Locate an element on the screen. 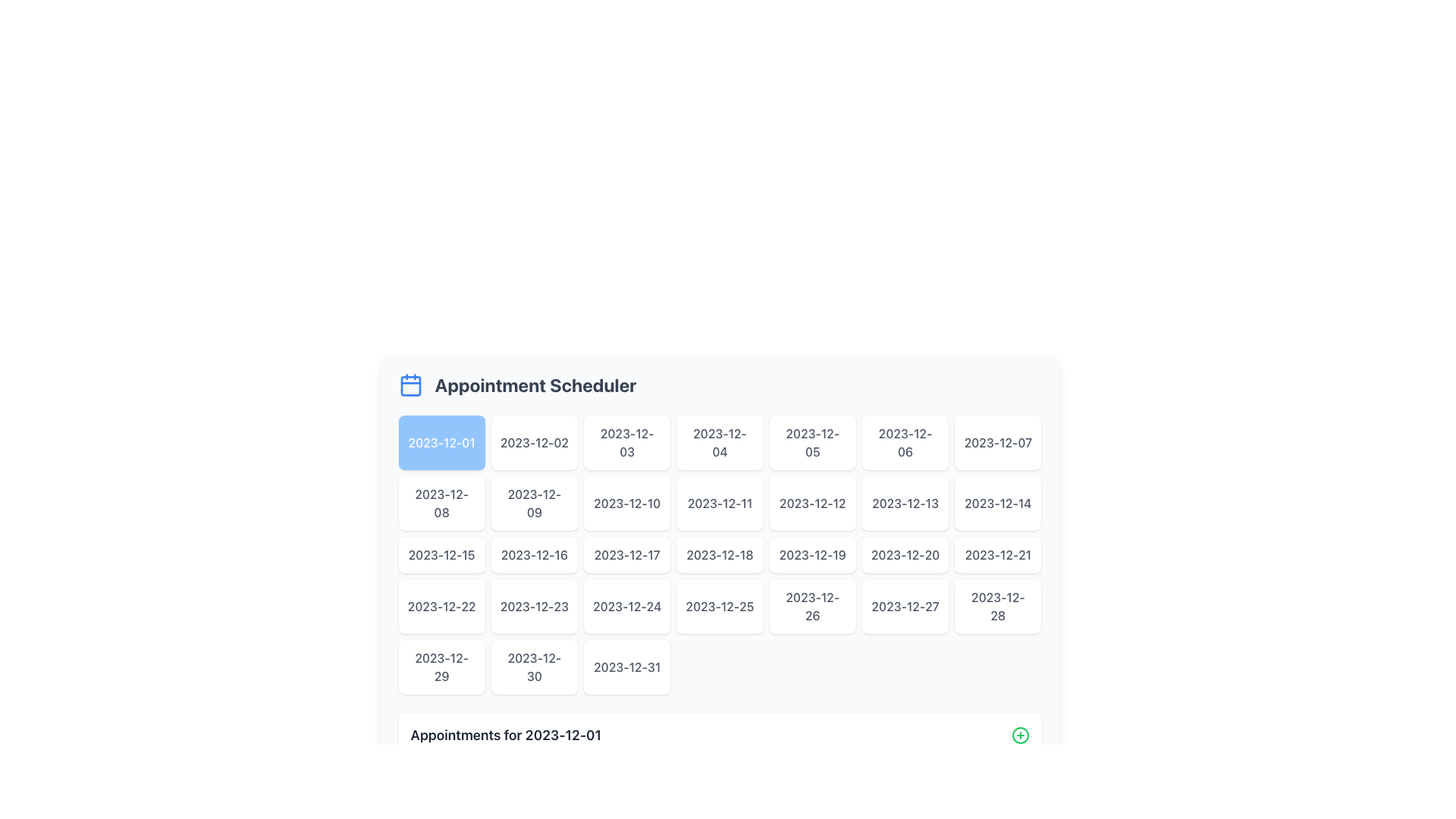 This screenshot has width=1456, height=819. the central larger rectangle of the trash can icon, which indicates the action of deletion or removal within the interface is located at coordinates (1012, 777).